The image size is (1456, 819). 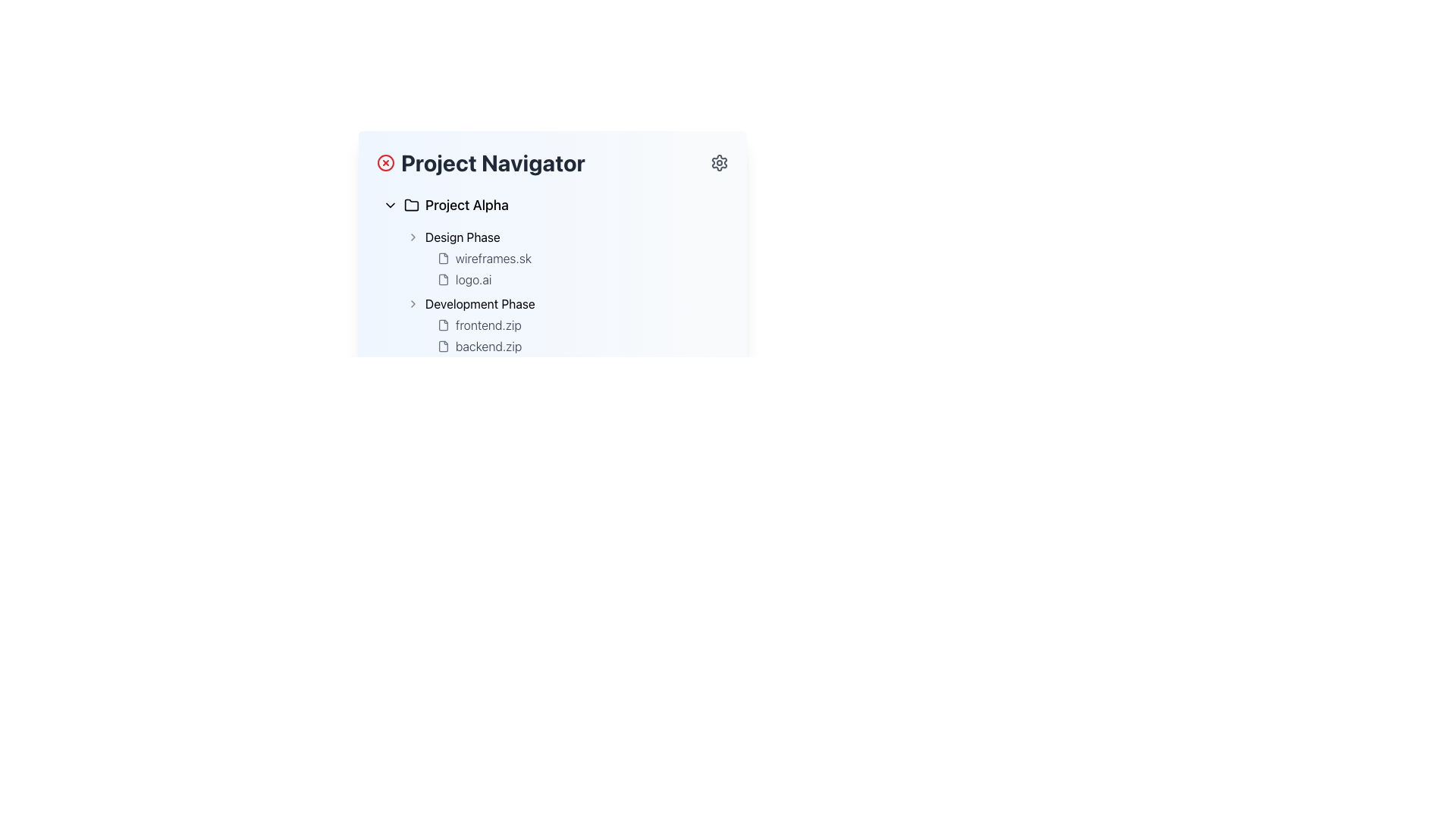 I want to click on the text label for 'Project Alpha' located in the project navigation panel, which serves as an identifier within the vertical list under the 'Project Navigator' section, so click(x=466, y=205).